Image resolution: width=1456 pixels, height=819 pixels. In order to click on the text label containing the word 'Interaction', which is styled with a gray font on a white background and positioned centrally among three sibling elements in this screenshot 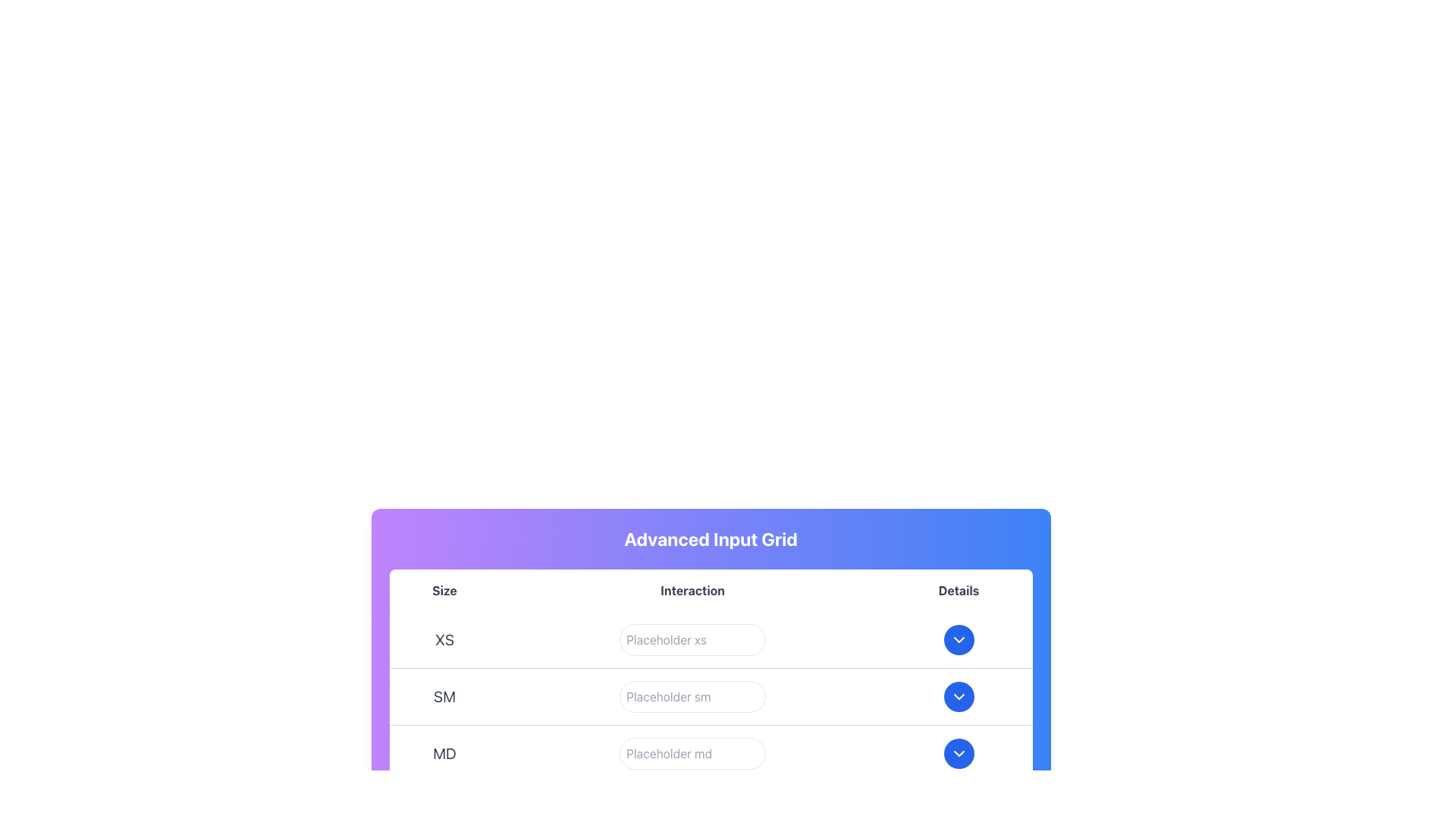, I will do `click(692, 590)`.